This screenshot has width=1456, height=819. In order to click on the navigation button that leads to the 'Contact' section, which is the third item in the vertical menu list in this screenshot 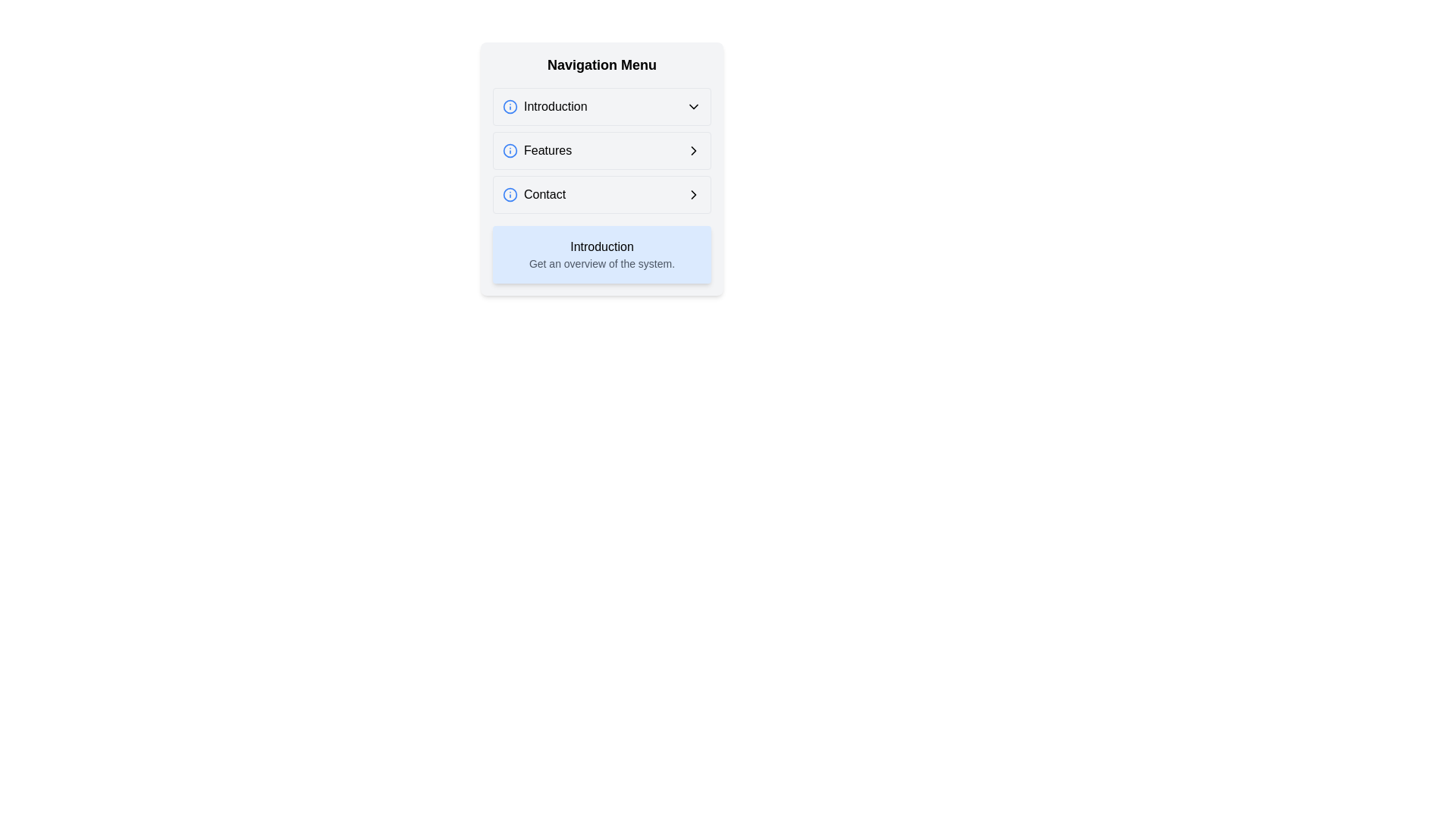, I will do `click(601, 194)`.